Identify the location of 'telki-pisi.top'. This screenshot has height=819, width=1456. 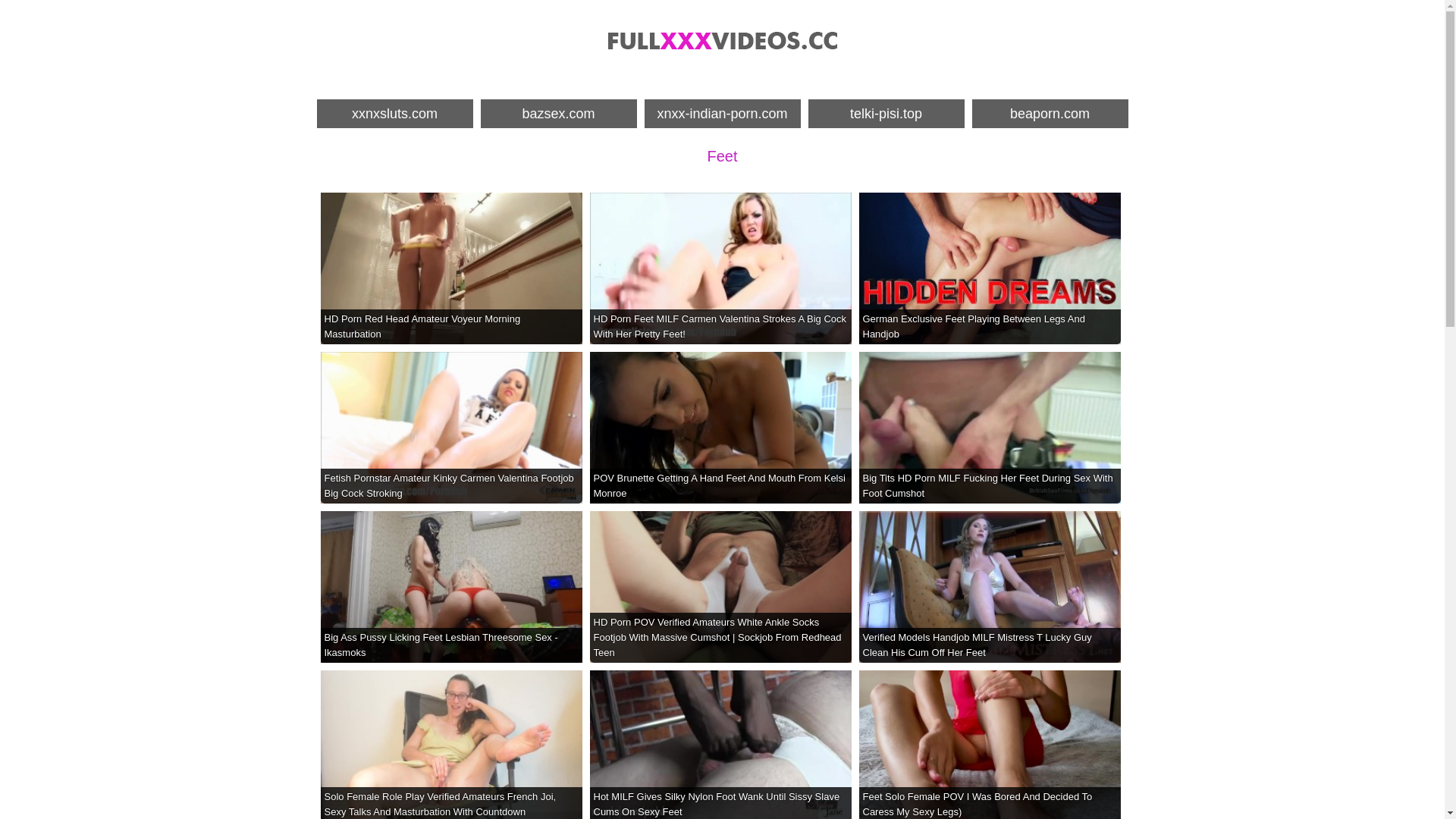
(886, 113).